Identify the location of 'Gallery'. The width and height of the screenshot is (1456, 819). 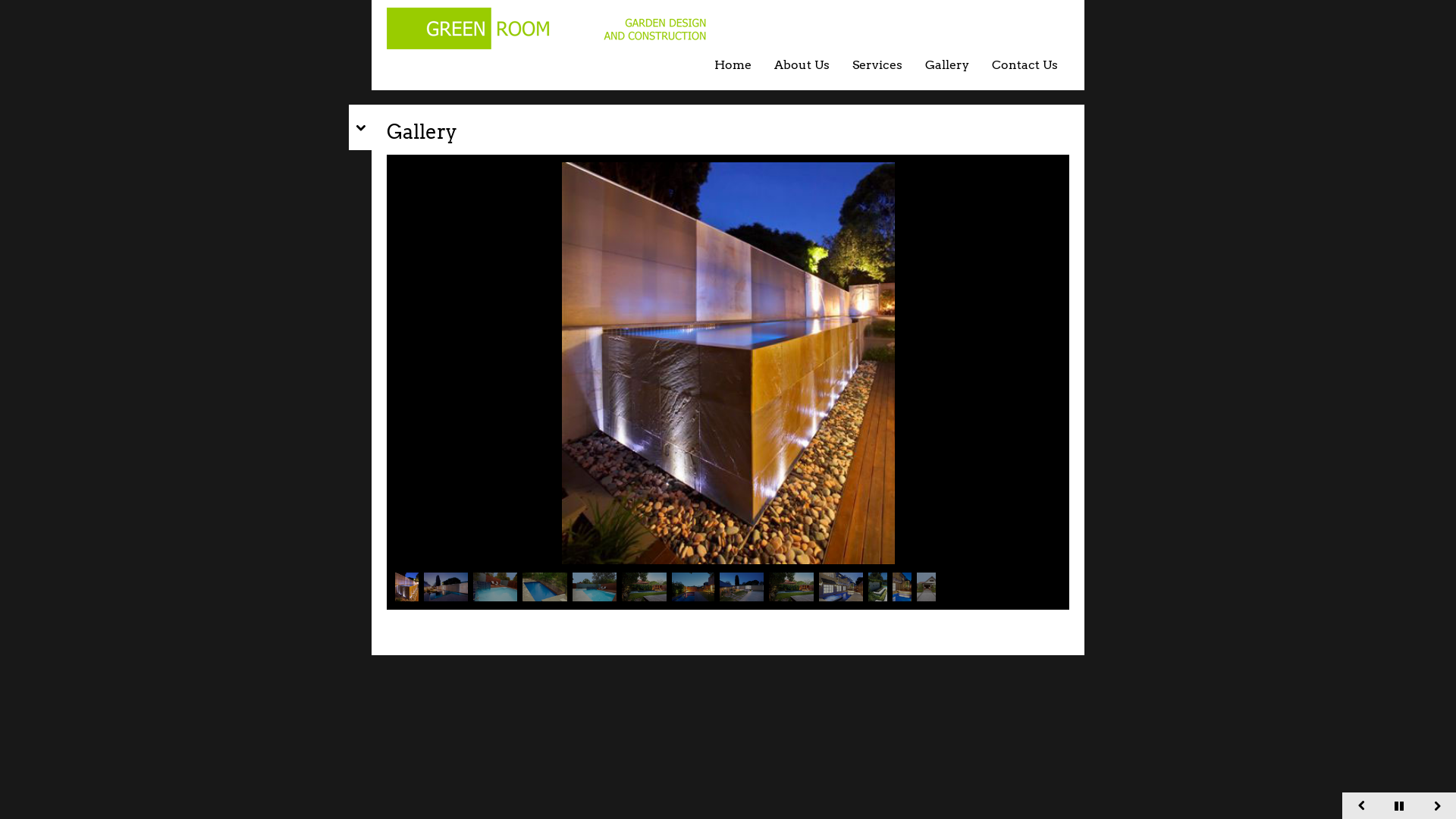
(946, 64).